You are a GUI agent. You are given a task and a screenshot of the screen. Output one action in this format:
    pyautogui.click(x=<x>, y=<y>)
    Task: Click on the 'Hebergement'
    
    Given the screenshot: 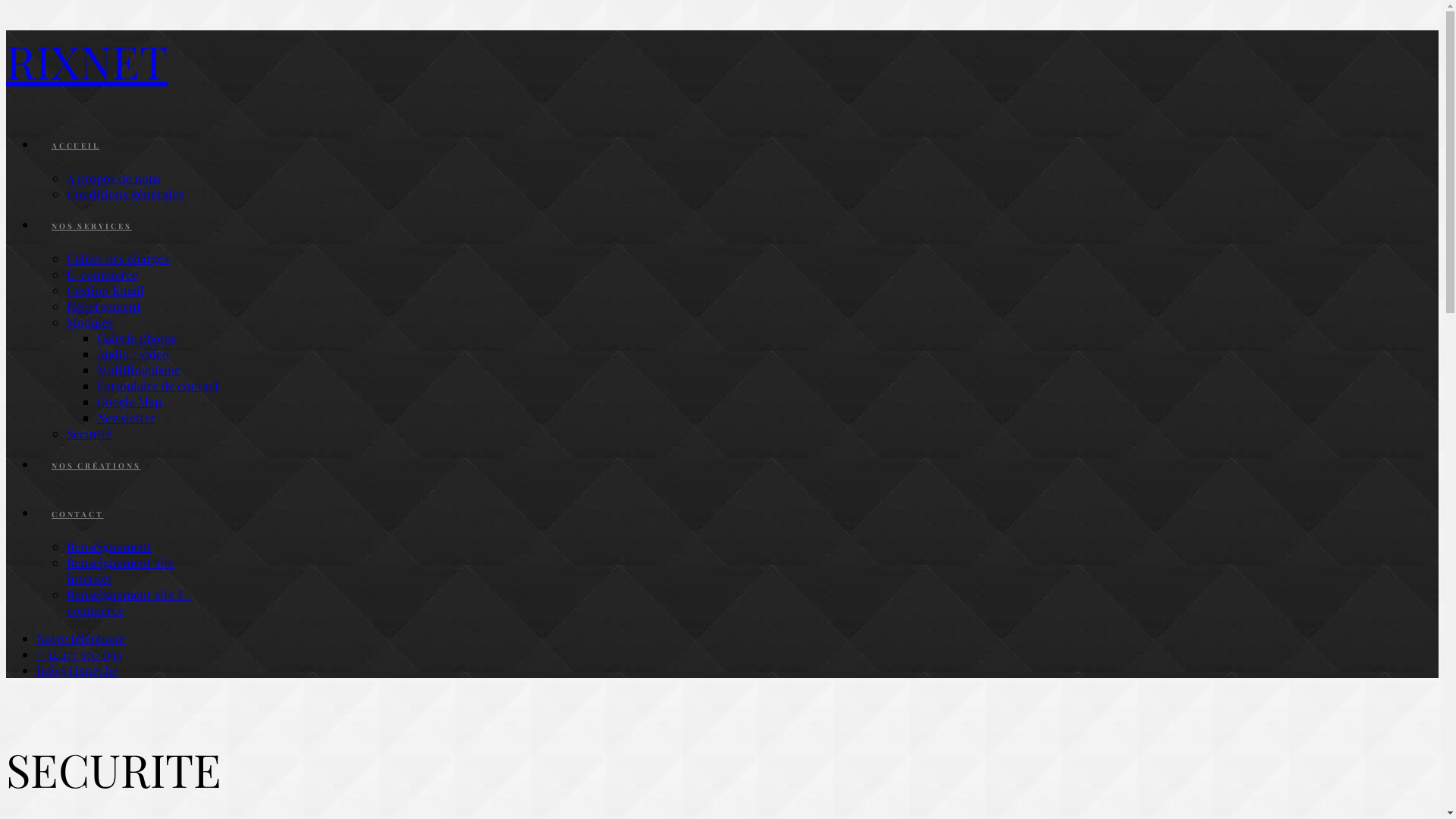 What is the action you would take?
    pyautogui.click(x=103, y=306)
    